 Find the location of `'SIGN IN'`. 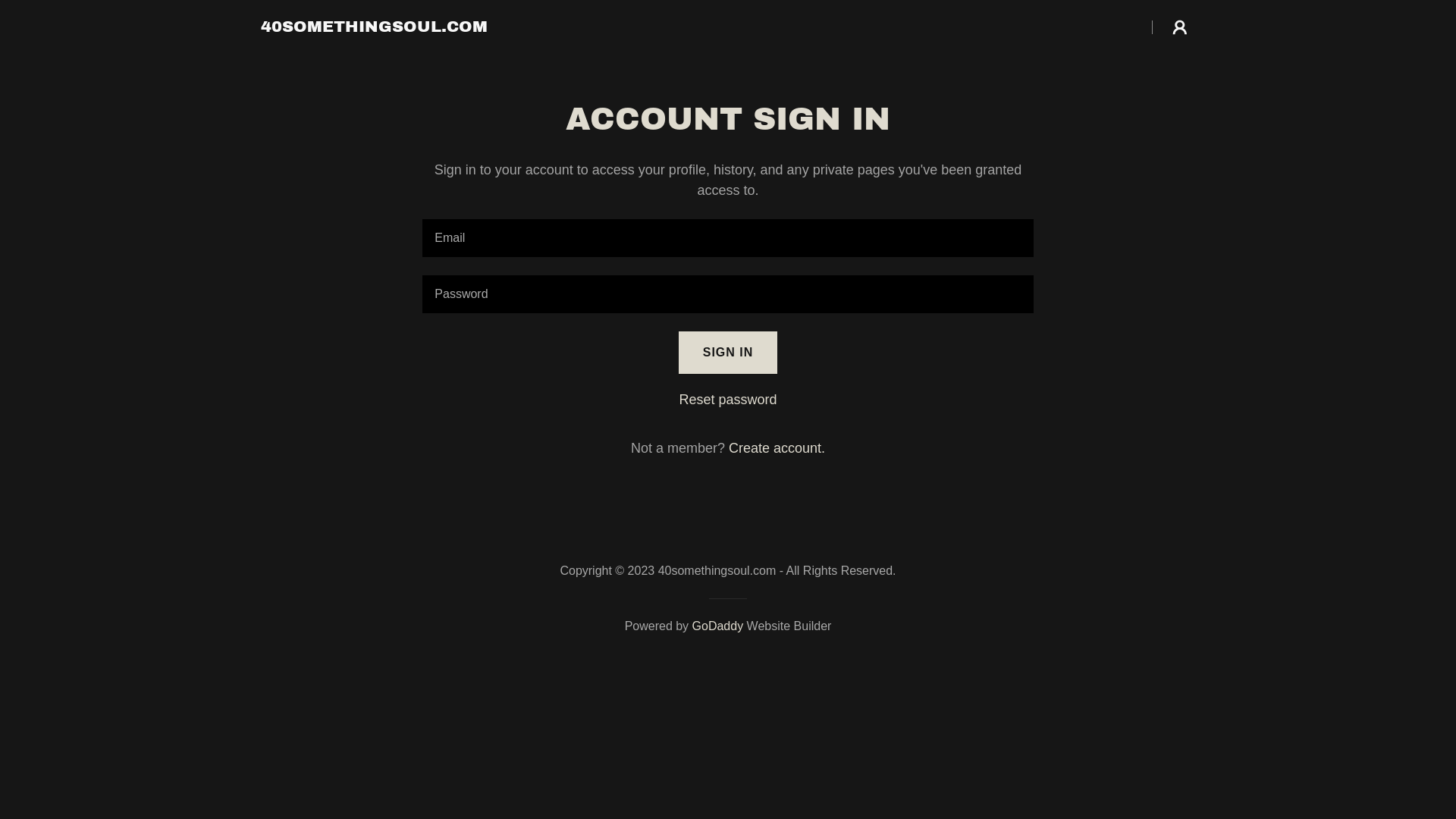

'SIGN IN' is located at coordinates (728, 353).